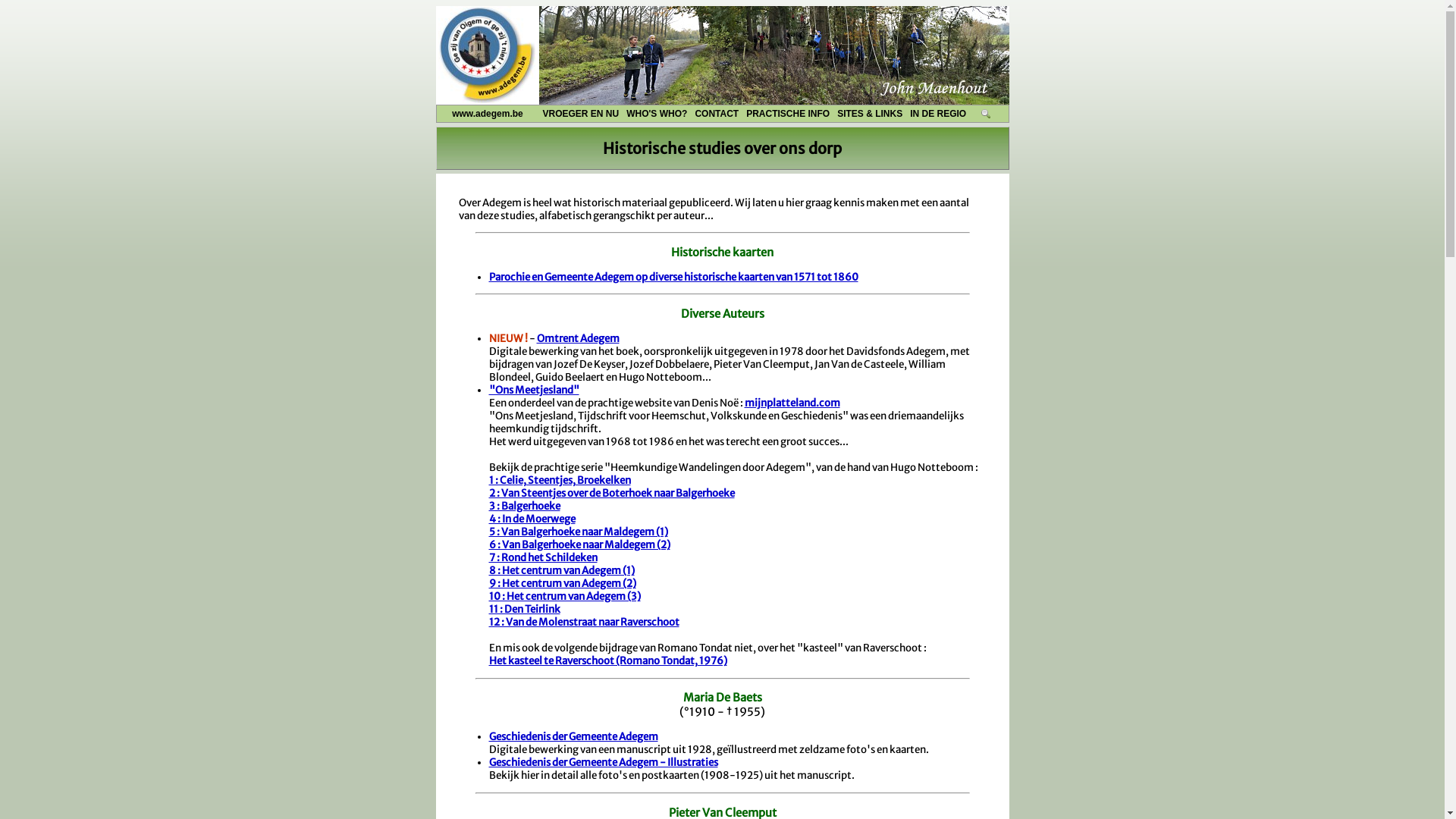 This screenshot has height=819, width=1456. Describe the element at coordinates (742, 113) in the screenshot. I see `'PRACTISCHE INFO'` at that location.